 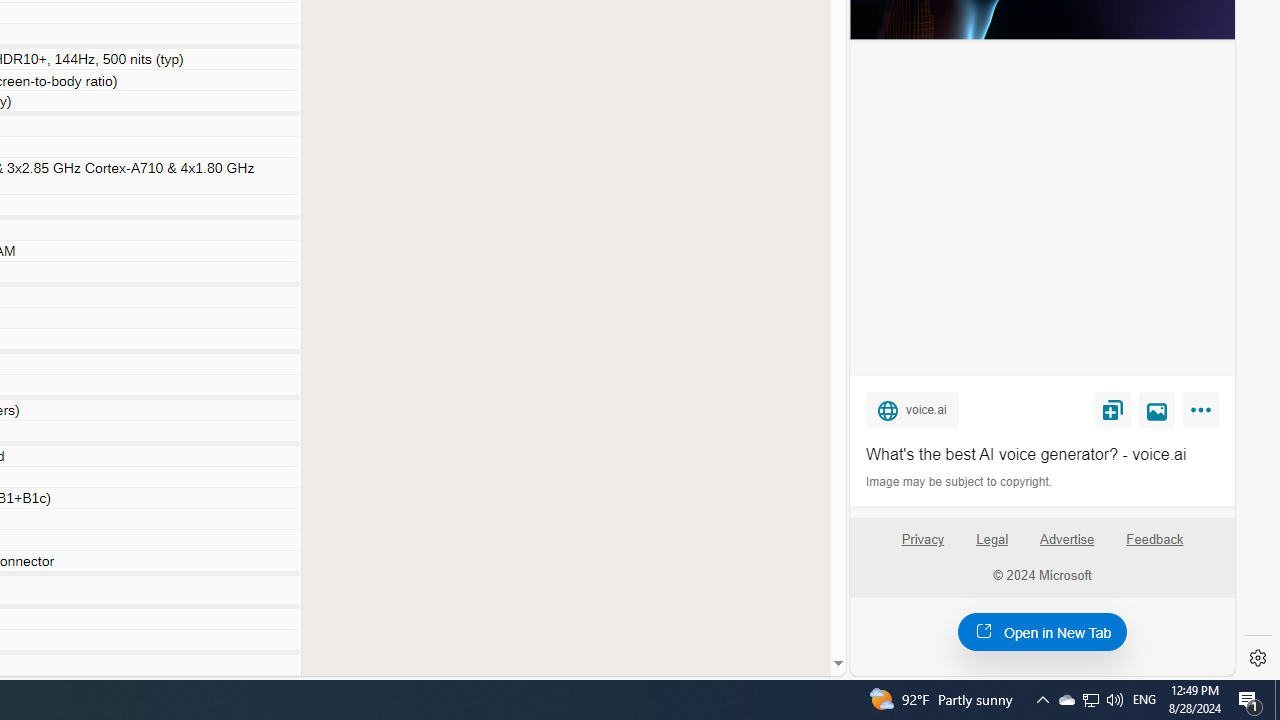 I want to click on 'View image', so click(x=1157, y=408).